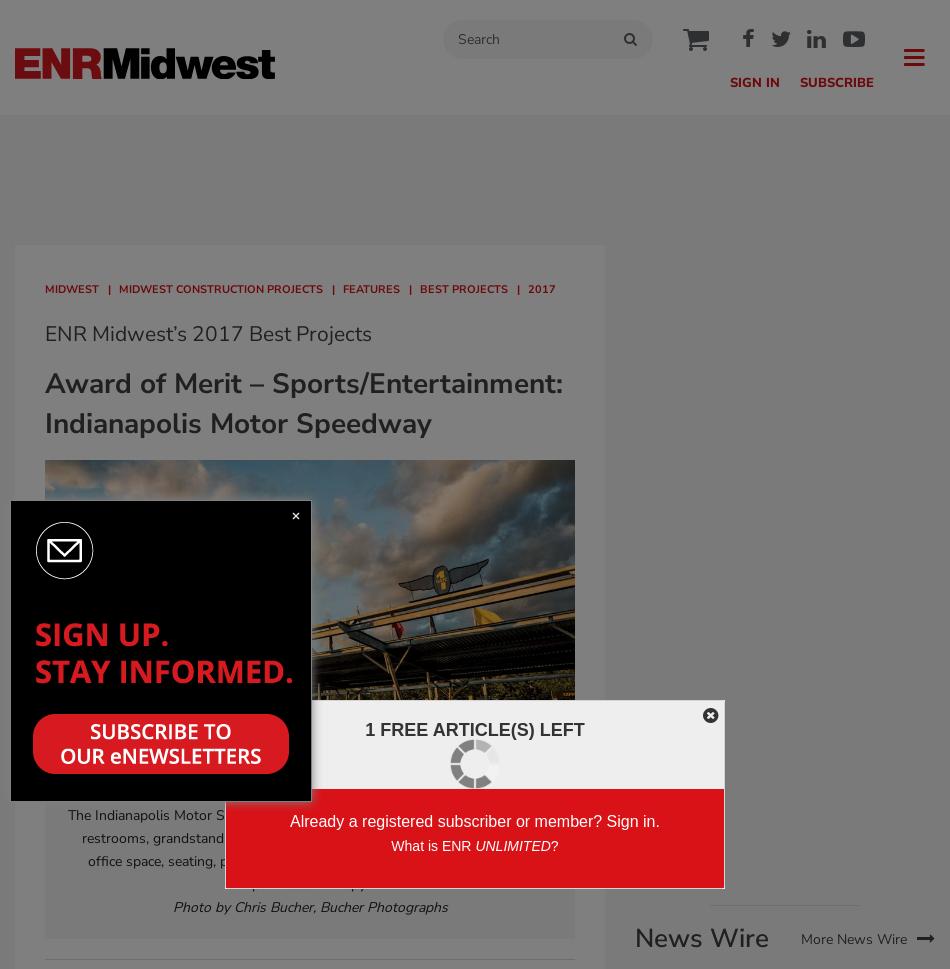  I want to click on 'Best Projects', so click(462, 289).